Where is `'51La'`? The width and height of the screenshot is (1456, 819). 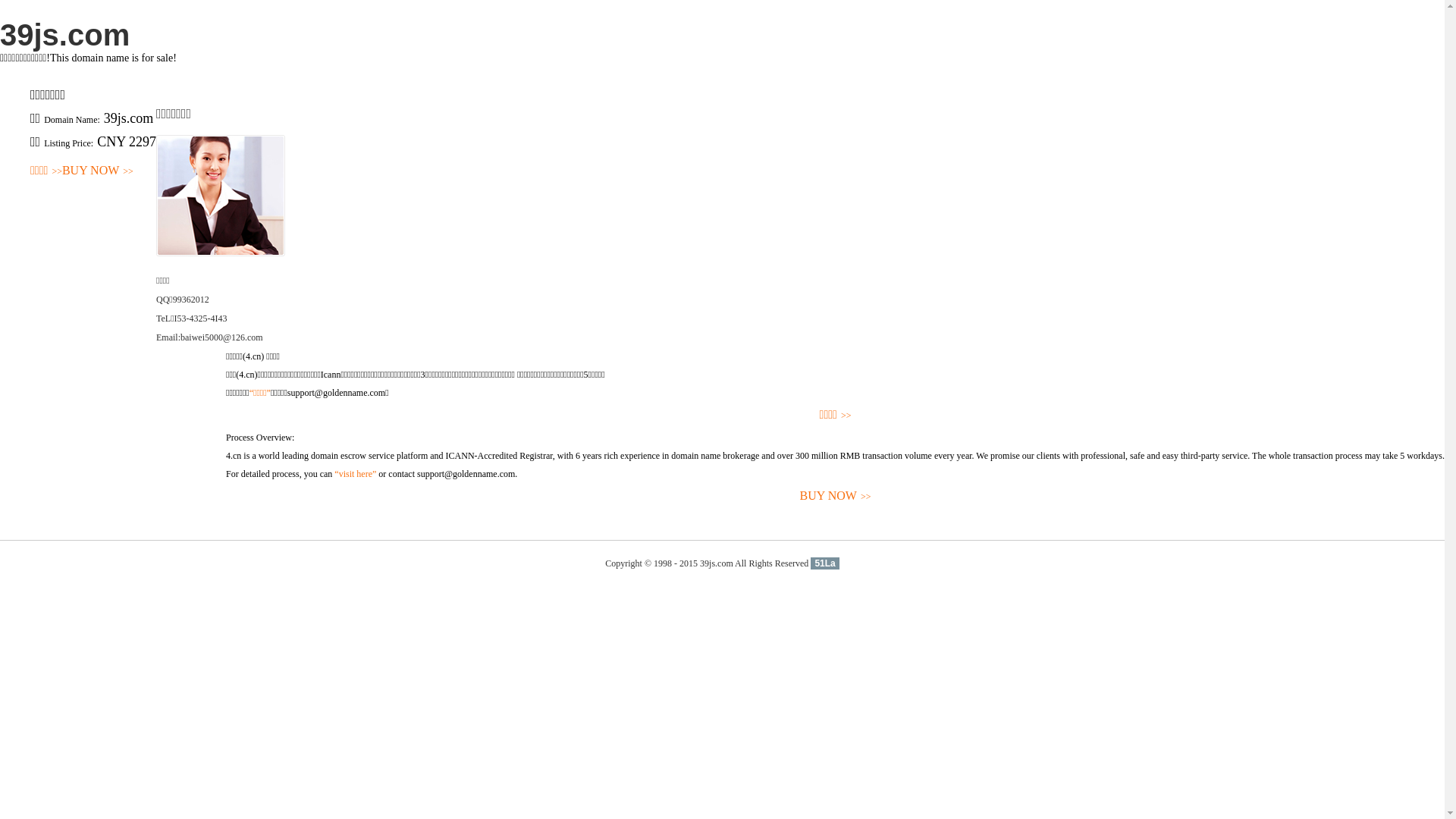
'51La' is located at coordinates (824, 563).